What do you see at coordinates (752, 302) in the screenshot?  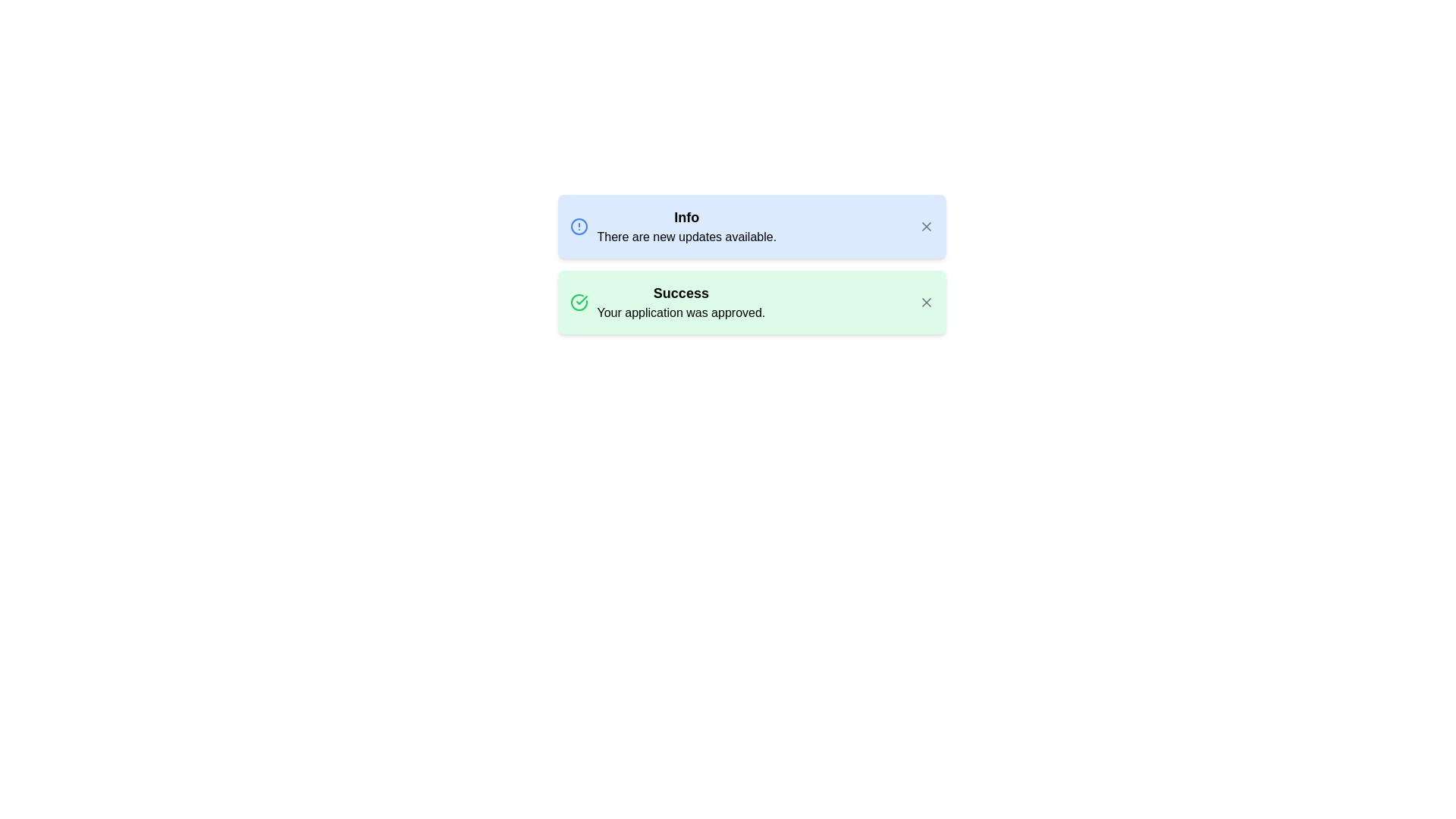 I see `the success notification box that informs the user their application was approved, positioned below the blue information element` at bounding box center [752, 302].